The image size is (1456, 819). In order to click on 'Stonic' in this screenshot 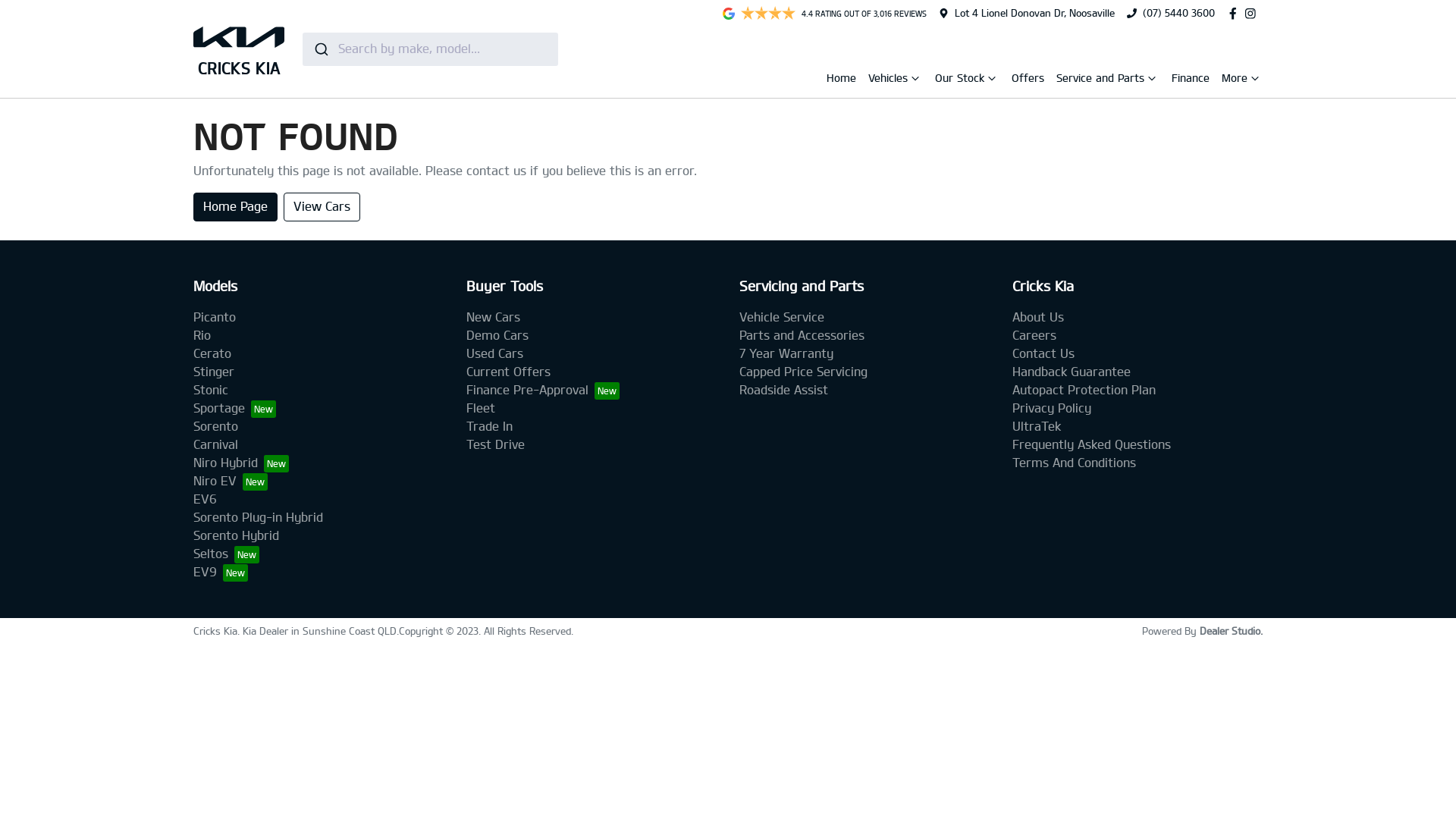, I will do `click(192, 389)`.